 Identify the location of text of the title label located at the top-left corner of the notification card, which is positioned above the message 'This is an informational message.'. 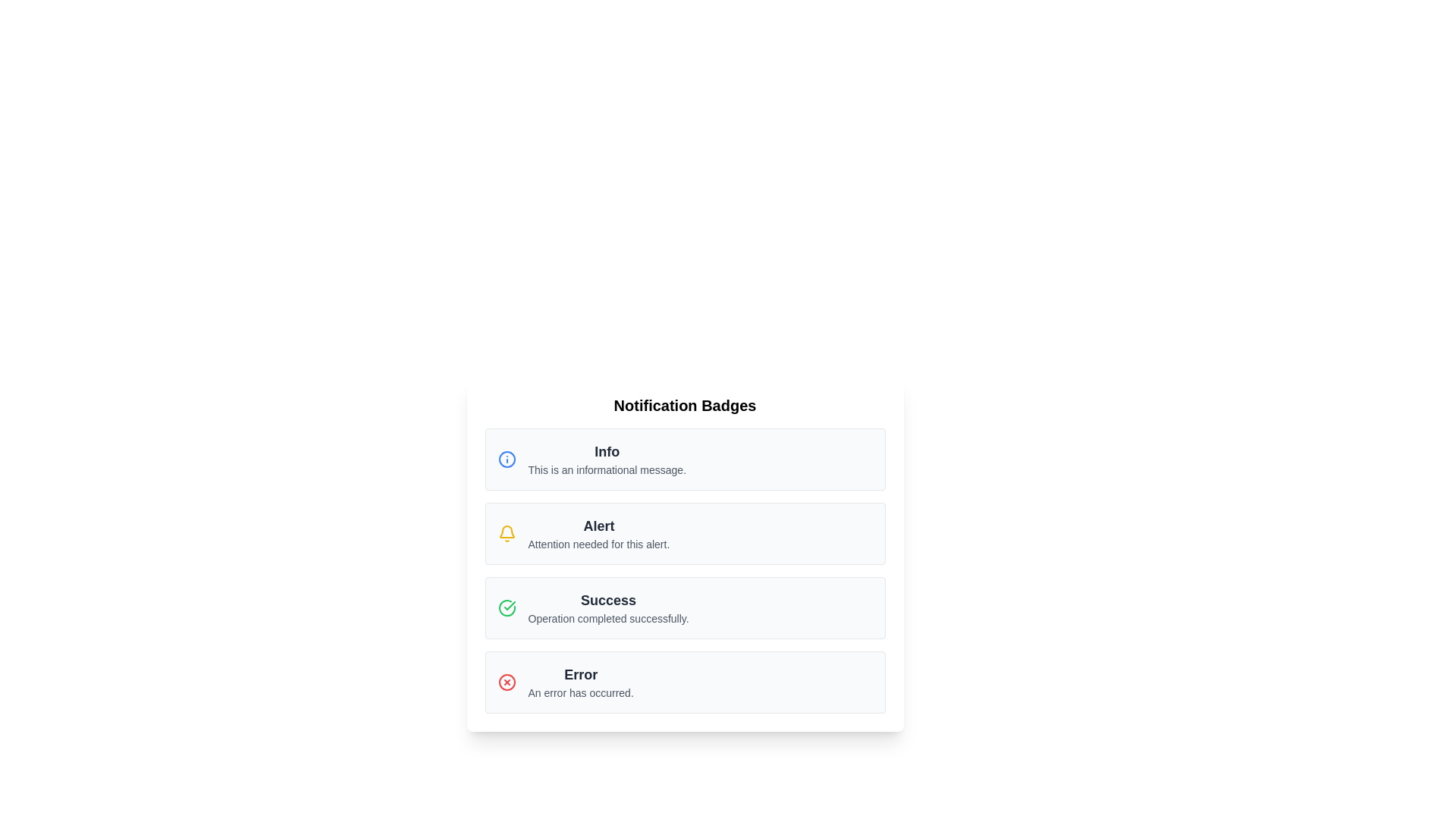
(607, 451).